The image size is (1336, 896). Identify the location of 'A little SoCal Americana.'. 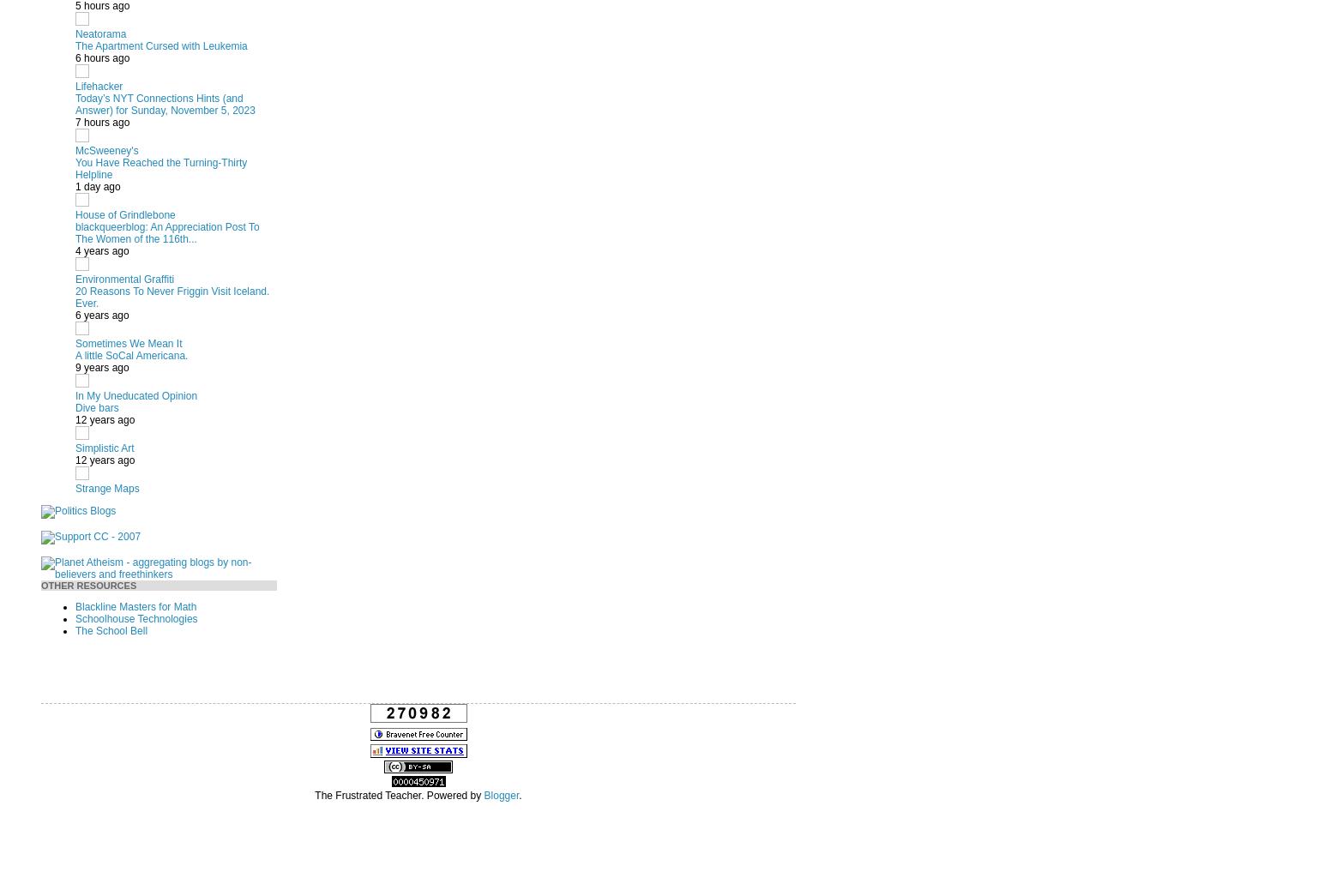
(130, 355).